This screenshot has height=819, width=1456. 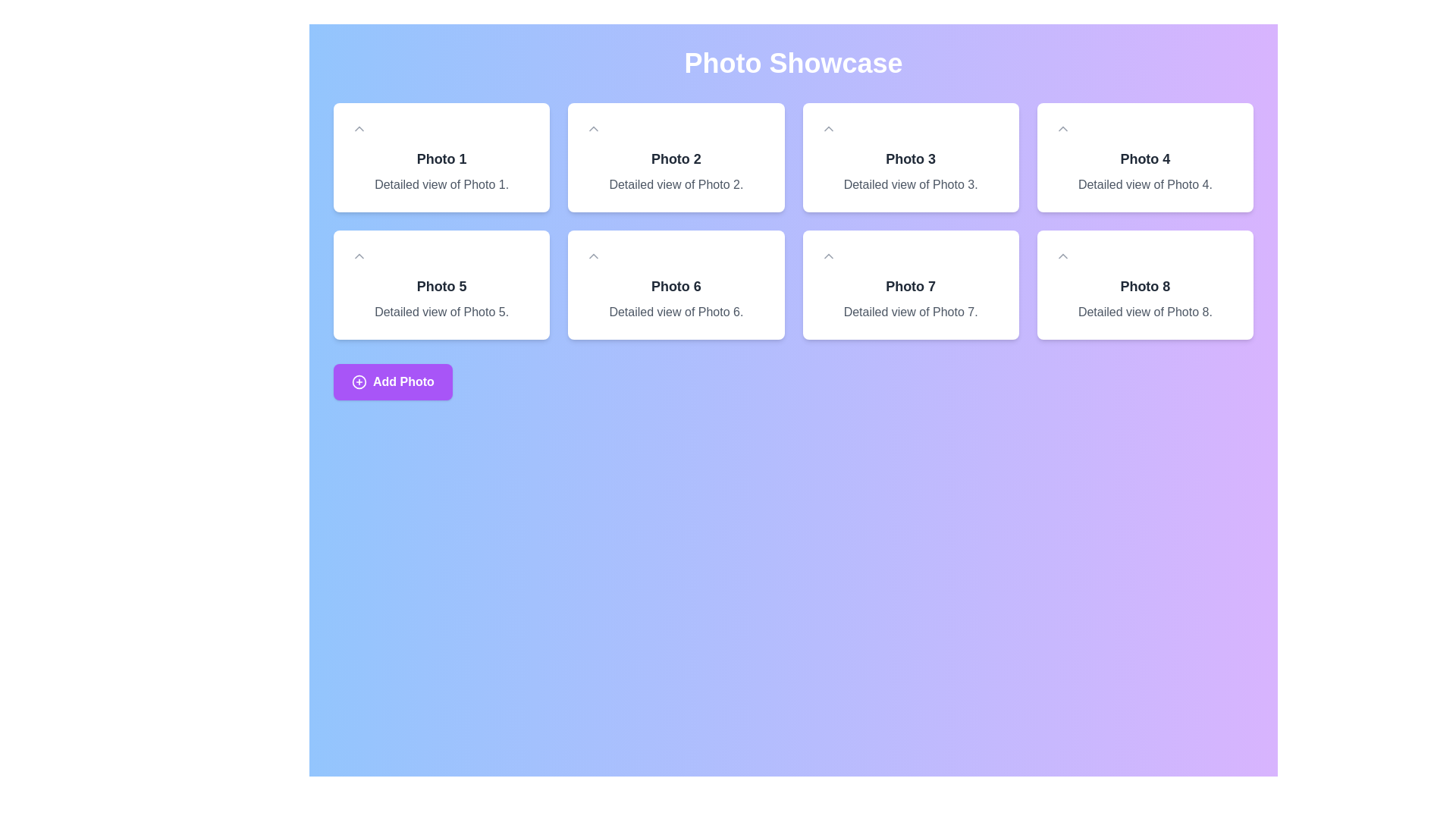 I want to click on the chevron indicator located at the top-left corner inside the card labeled 'Photo 3', so click(x=827, y=127).